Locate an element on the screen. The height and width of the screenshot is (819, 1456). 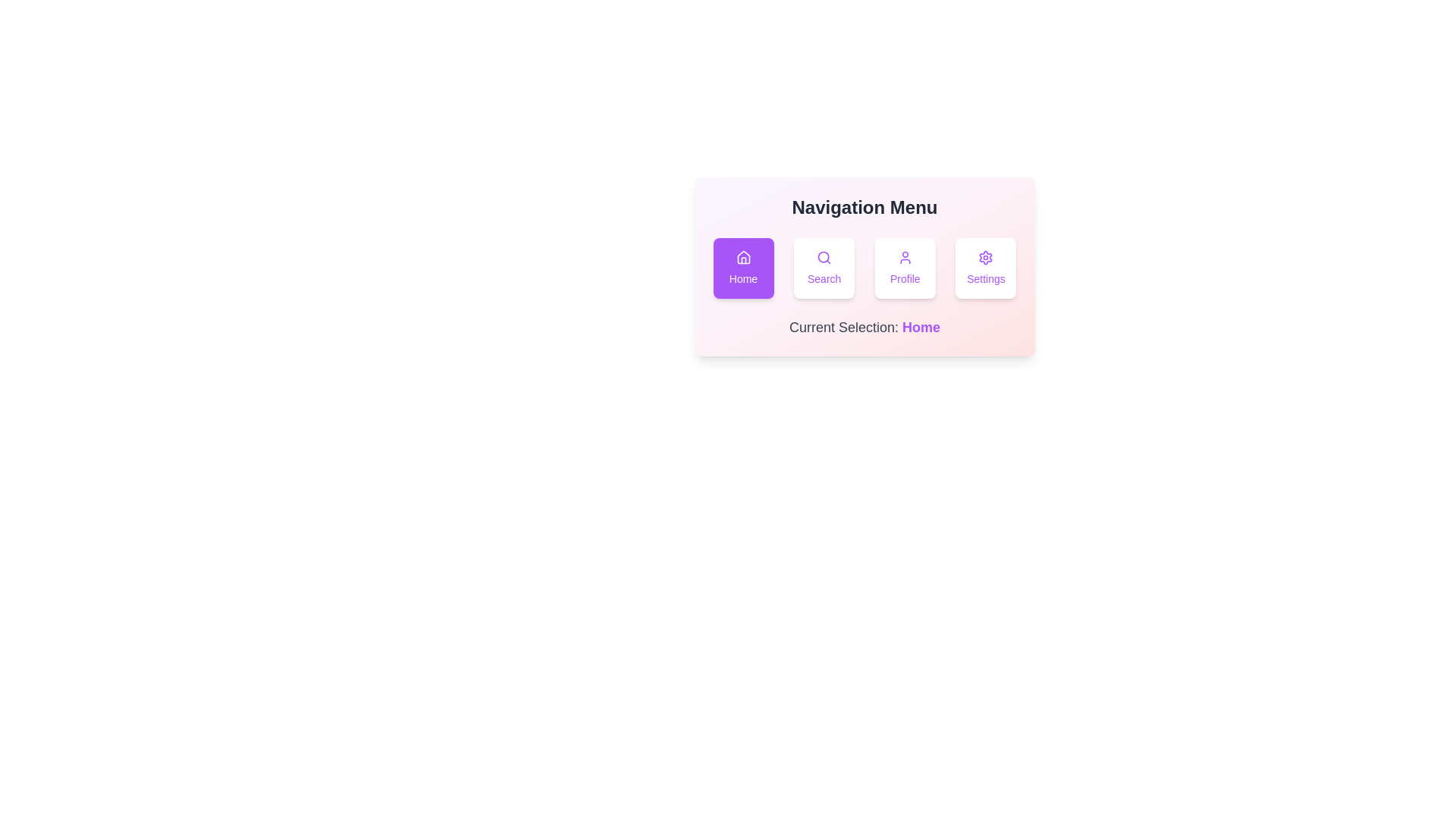
the Settings button to observe its hover animation is located at coordinates (986, 268).